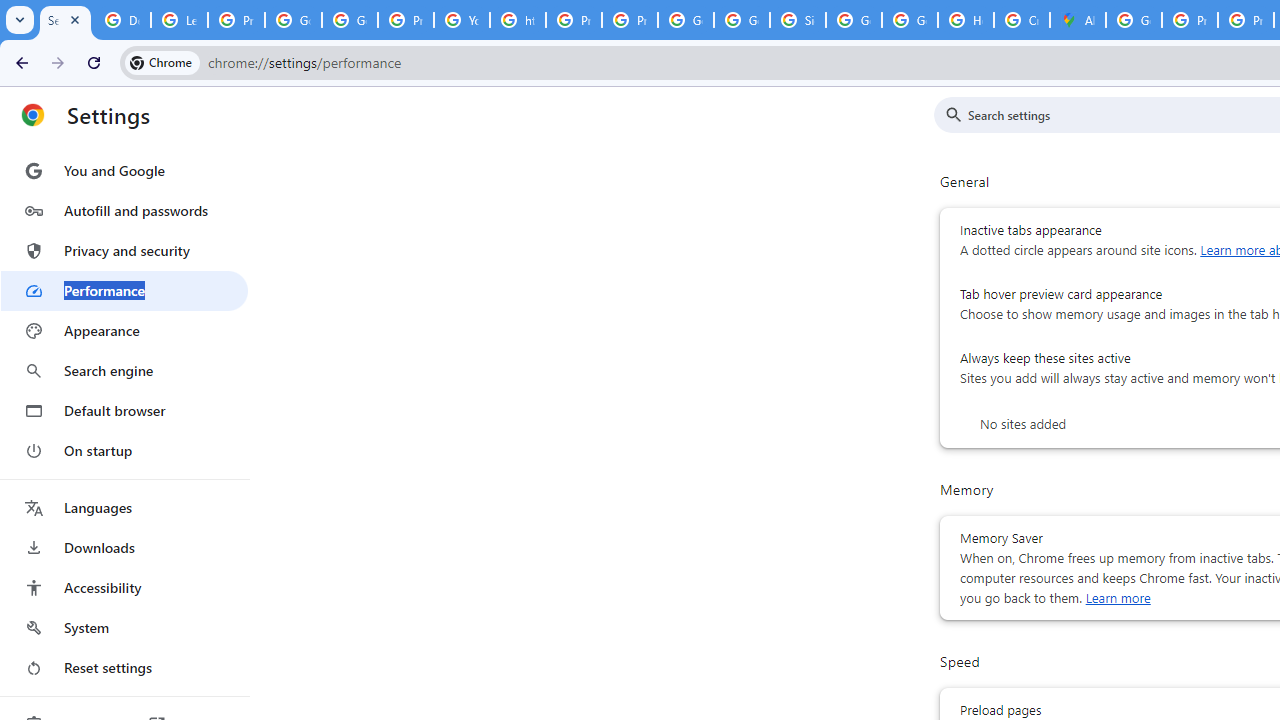 The width and height of the screenshot is (1280, 720). What do you see at coordinates (797, 20) in the screenshot?
I see `'Sign in - Google Accounts'` at bounding box center [797, 20].